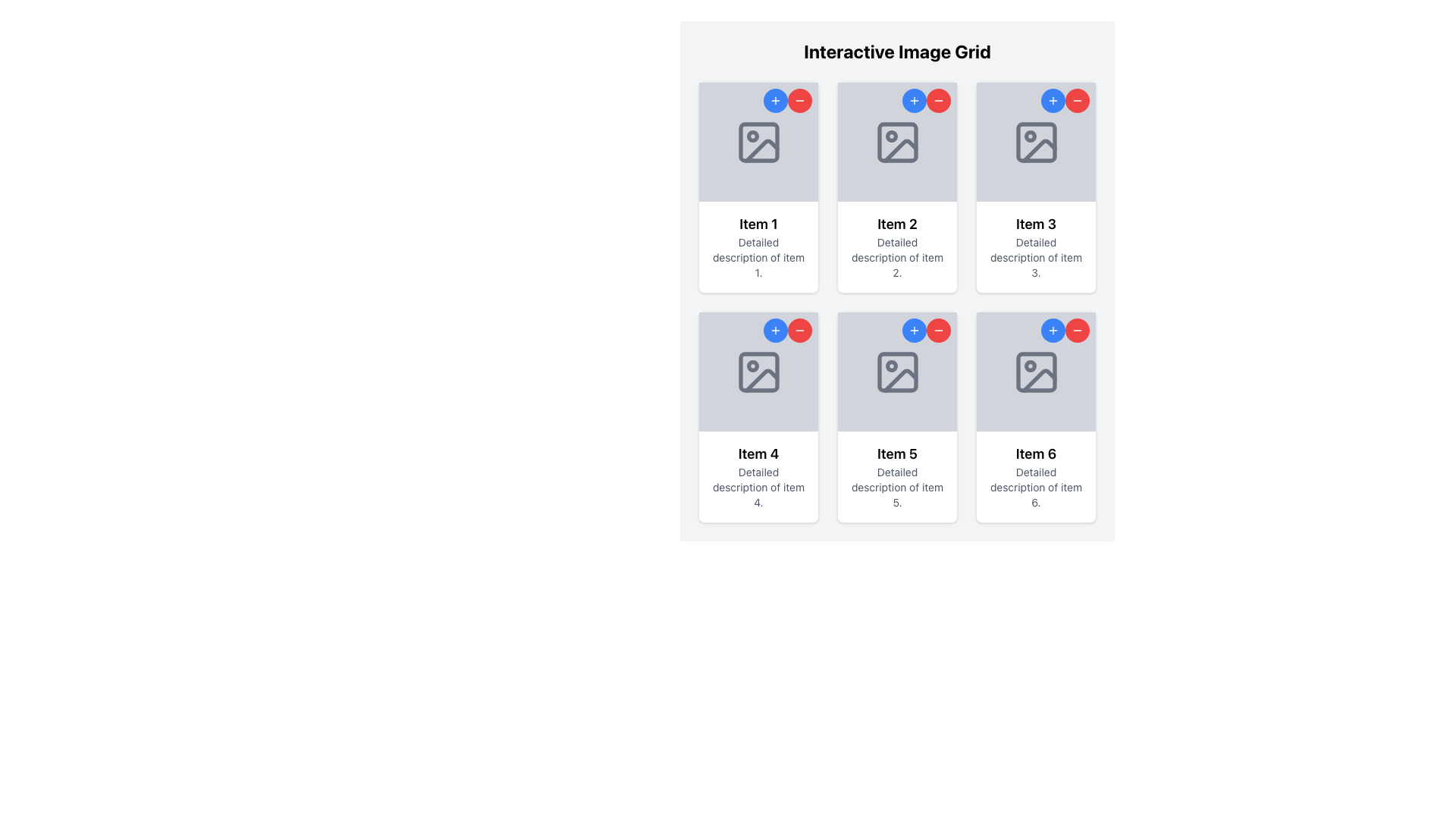  Describe the element at coordinates (758, 372) in the screenshot. I see `the gray square placeholder icon representing an image within the card labeled 'Item 4'` at that location.